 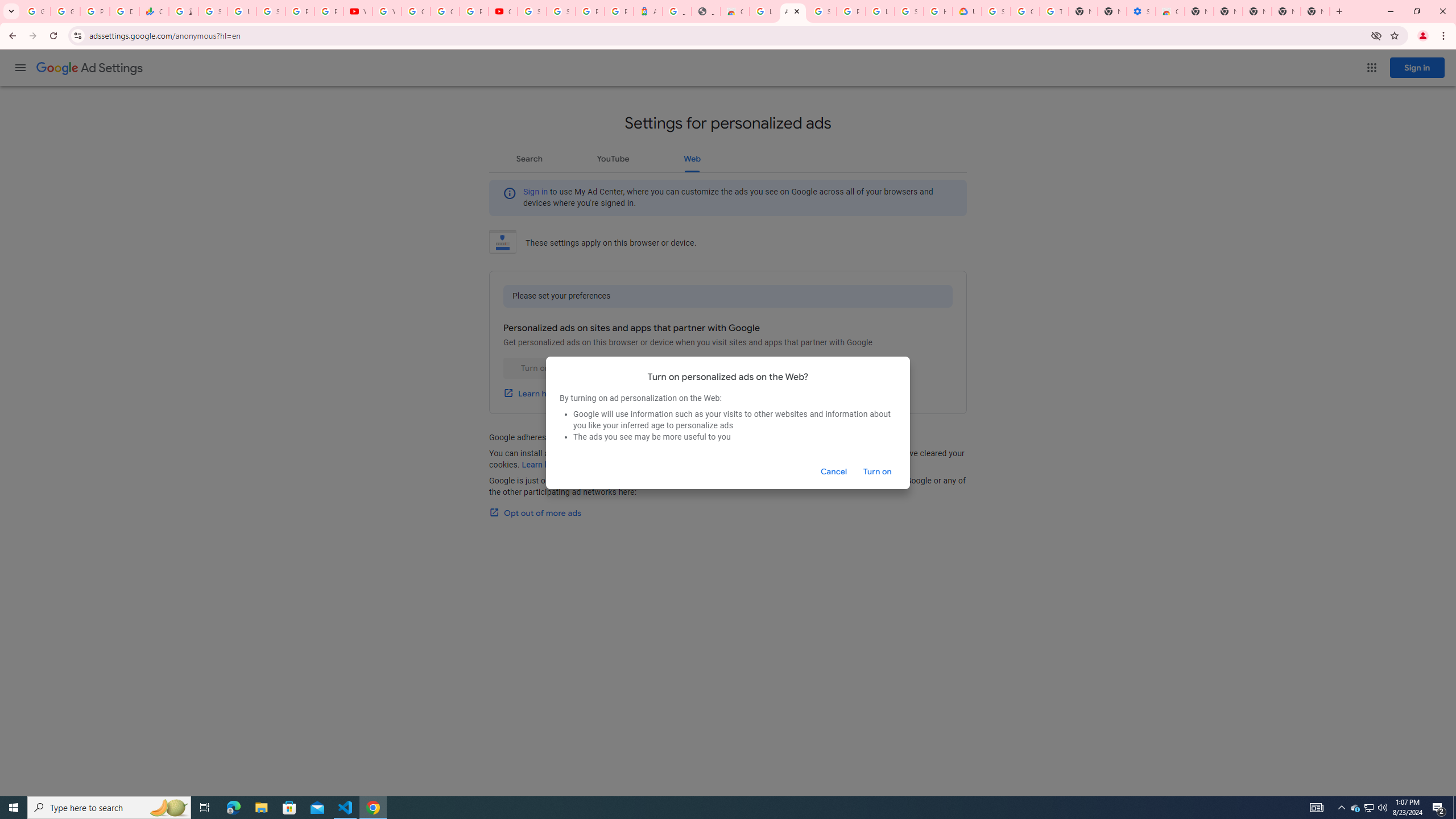 I want to click on 'Settings - Accessibility', so click(x=1140, y=11).